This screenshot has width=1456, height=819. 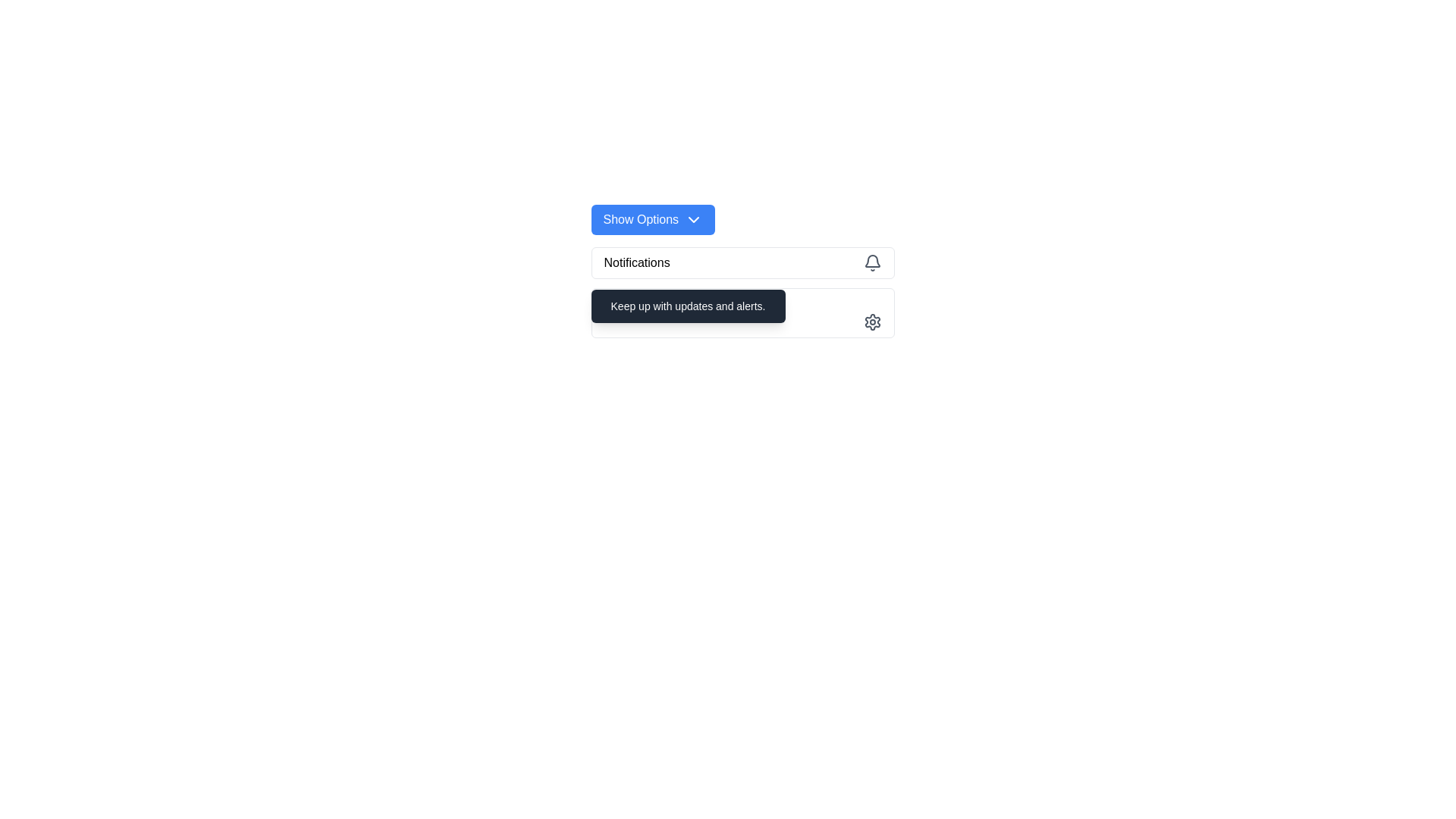 What do you see at coordinates (693, 219) in the screenshot?
I see `the downward-pointing chevron icon located to the right of the 'Show Options' text, which indicates a dropdown or collapsible menu` at bounding box center [693, 219].